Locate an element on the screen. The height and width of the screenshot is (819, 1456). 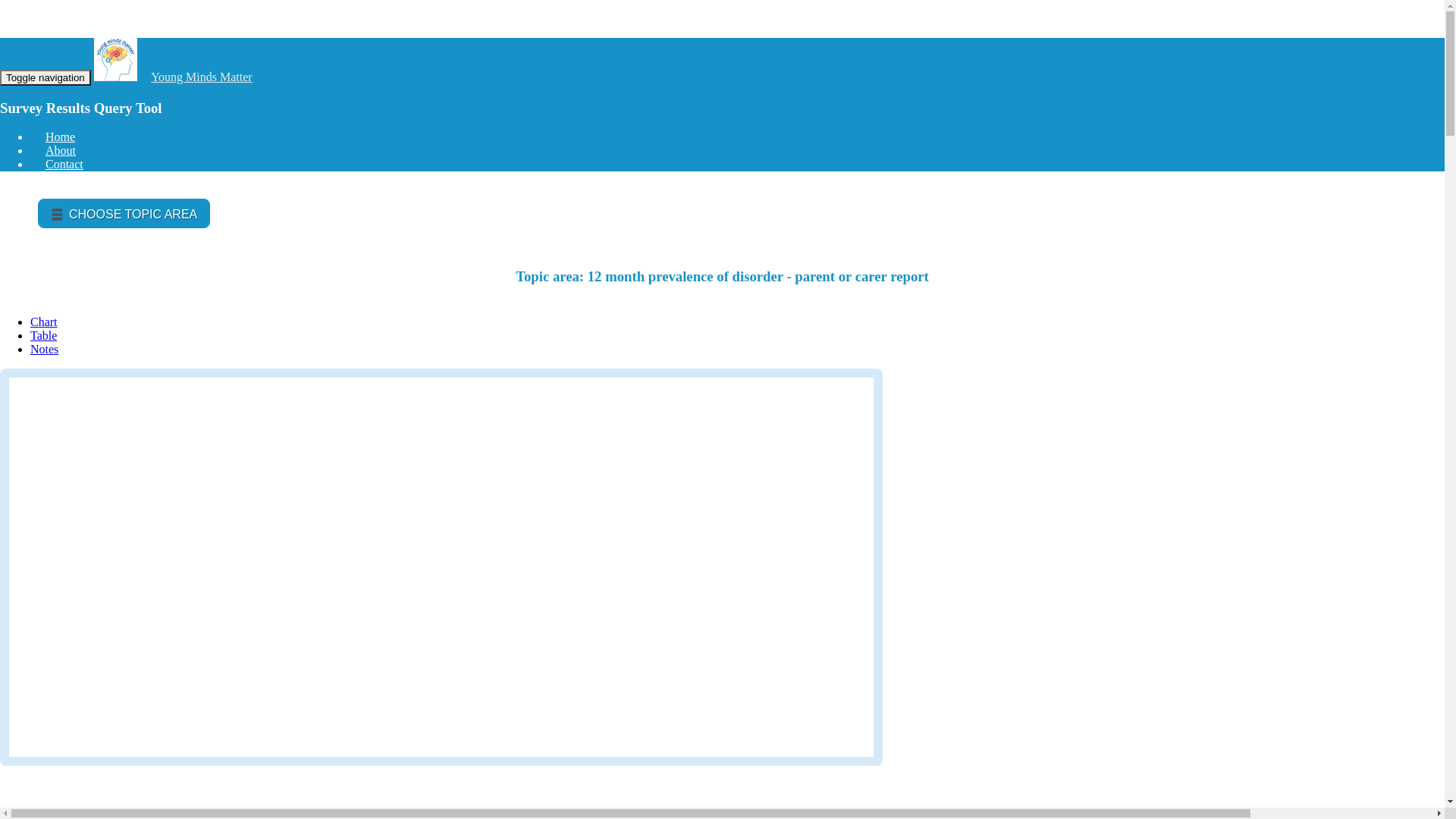
'Chart' is located at coordinates (43, 321).